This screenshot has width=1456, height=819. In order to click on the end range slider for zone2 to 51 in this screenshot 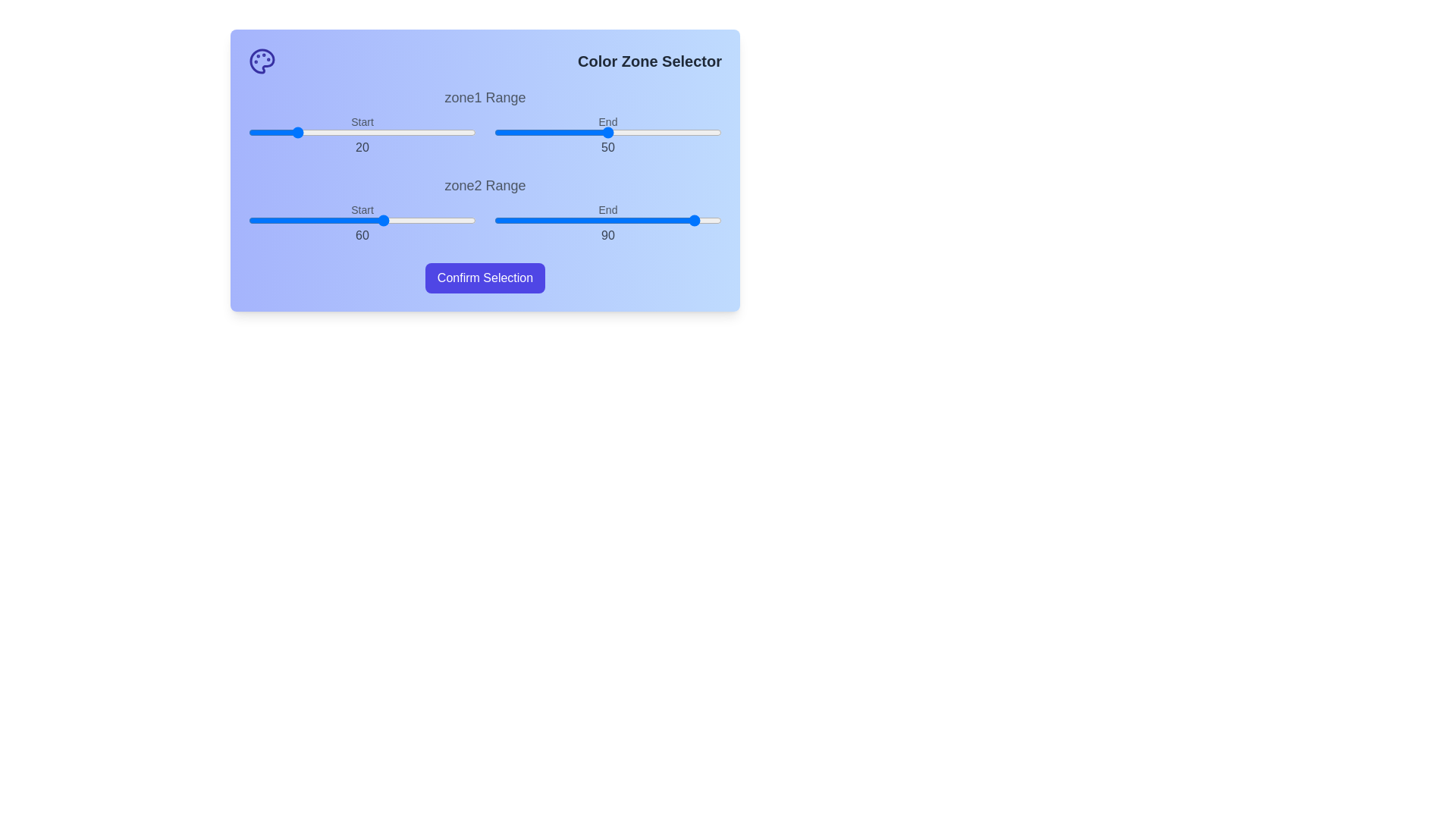, I will do `click(610, 220)`.